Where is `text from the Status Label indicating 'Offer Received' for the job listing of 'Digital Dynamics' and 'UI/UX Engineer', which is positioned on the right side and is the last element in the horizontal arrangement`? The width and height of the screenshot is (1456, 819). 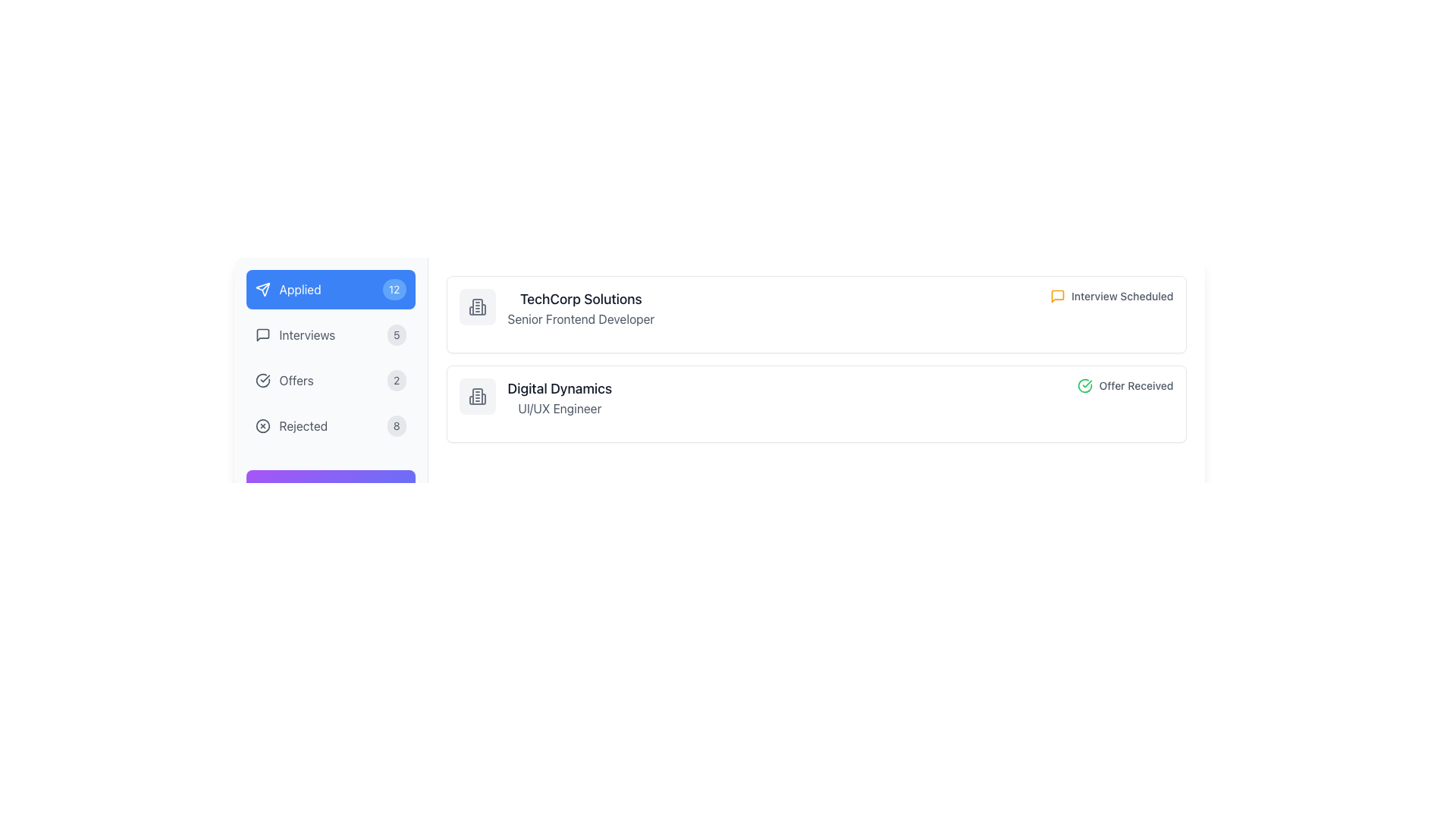
text from the Status Label indicating 'Offer Received' for the job listing of 'Digital Dynamics' and 'UI/UX Engineer', which is positioned on the right side and is the last element in the horizontal arrangement is located at coordinates (1125, 385).